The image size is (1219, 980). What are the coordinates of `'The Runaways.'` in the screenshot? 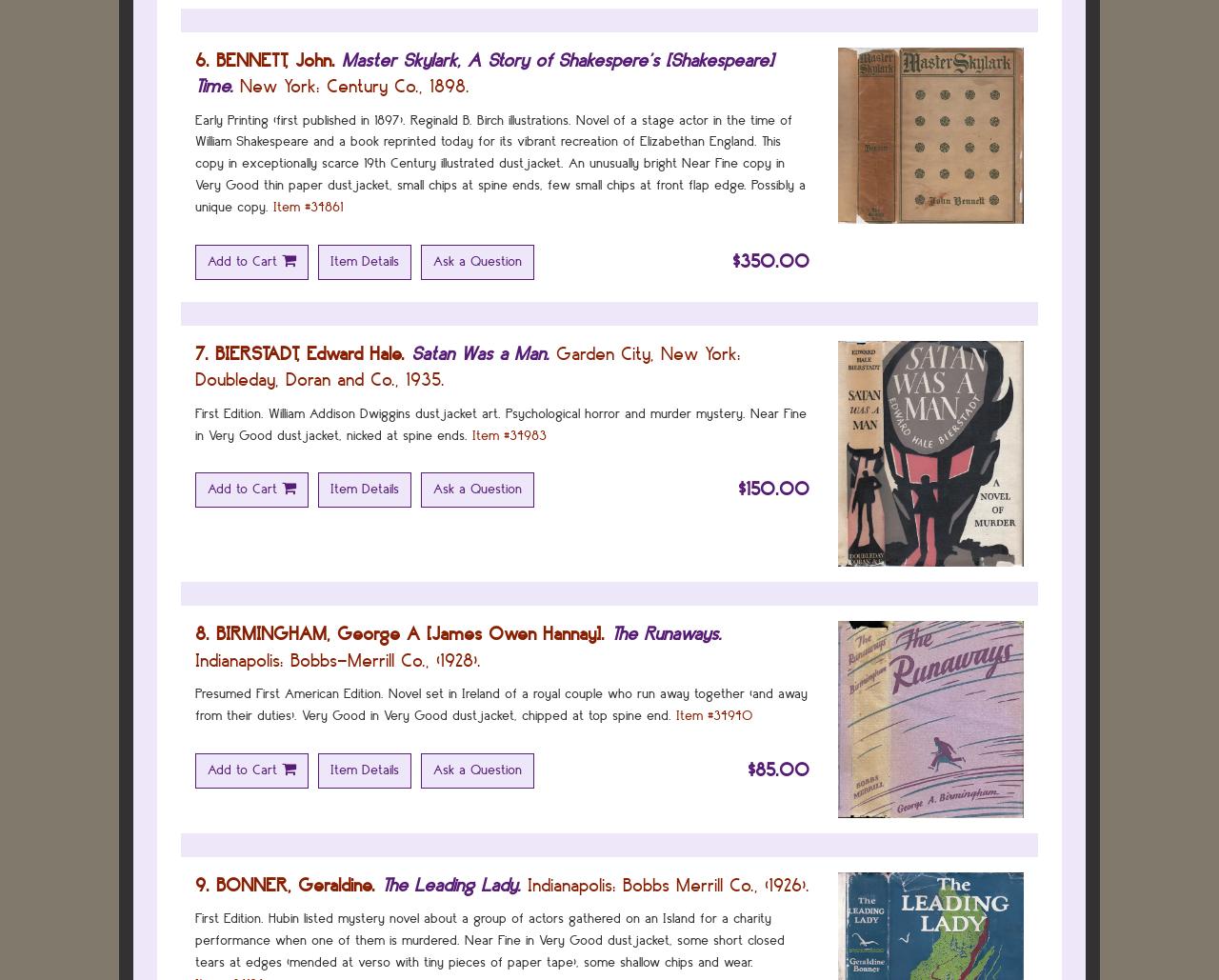 It's located at (667, 632).